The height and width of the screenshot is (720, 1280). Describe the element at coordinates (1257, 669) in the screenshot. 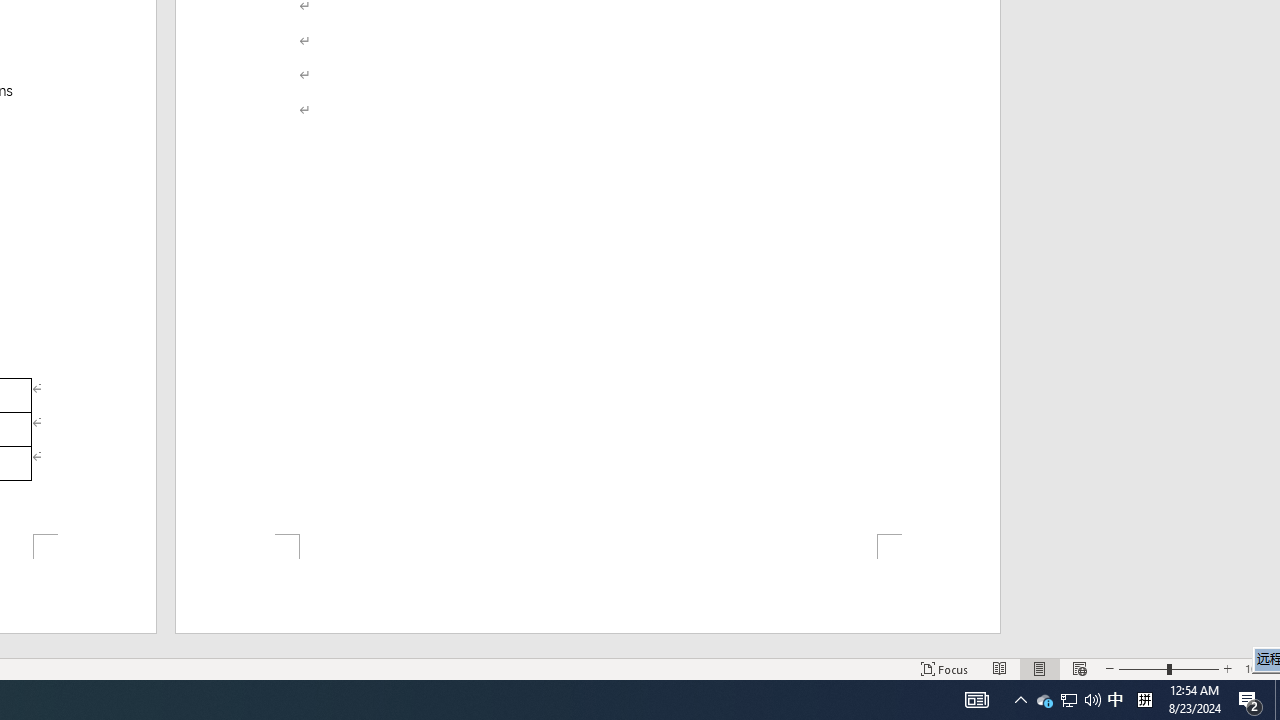

I see `'Zoom 104%'` at that location.